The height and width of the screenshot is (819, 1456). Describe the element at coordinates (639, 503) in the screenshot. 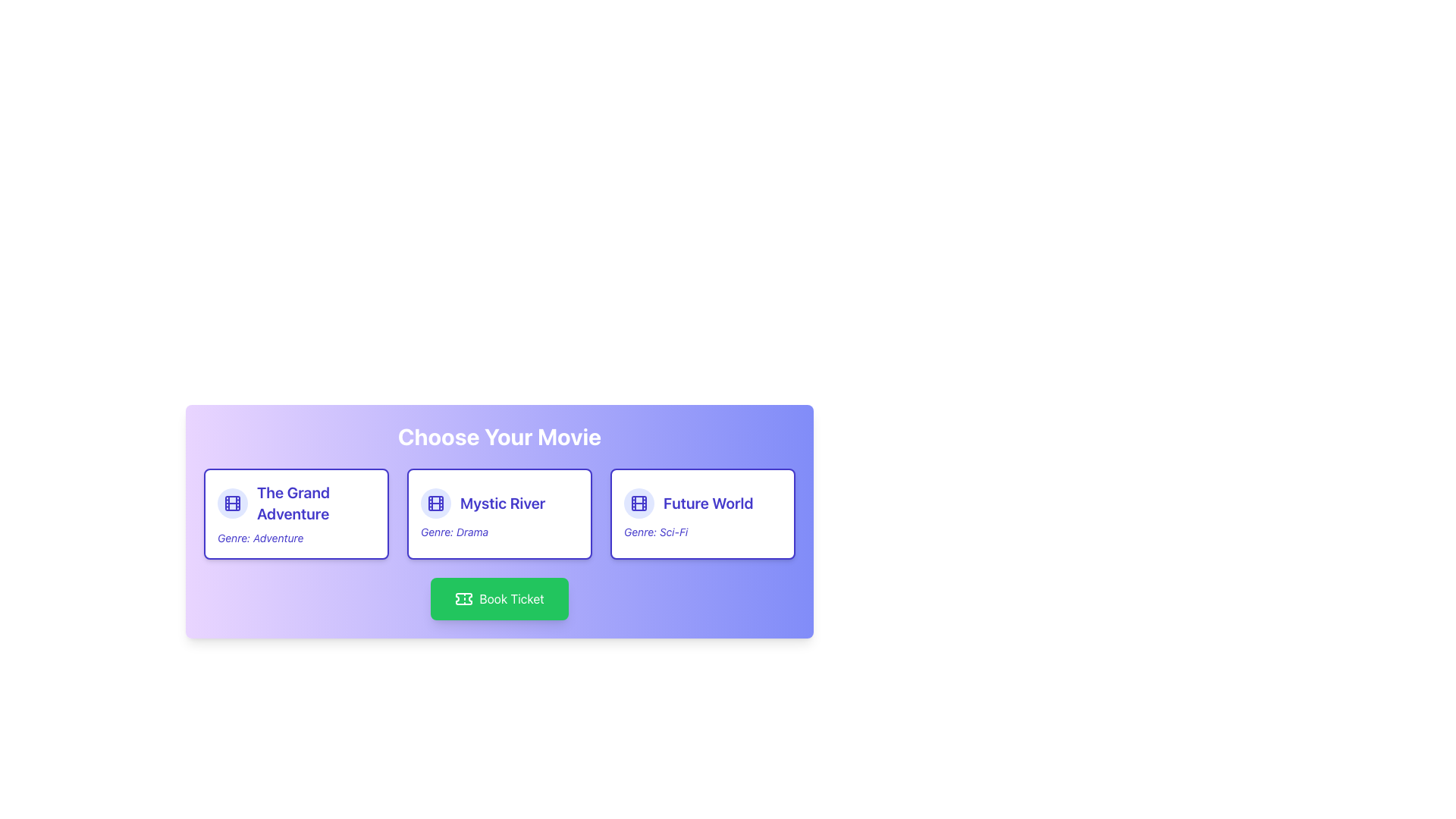

I see `the decorative element of the movie reel icon located under the 'Choose Your Movie' section, specifically the top-left rectangular part associated with the 'Future World' selection` at that location.